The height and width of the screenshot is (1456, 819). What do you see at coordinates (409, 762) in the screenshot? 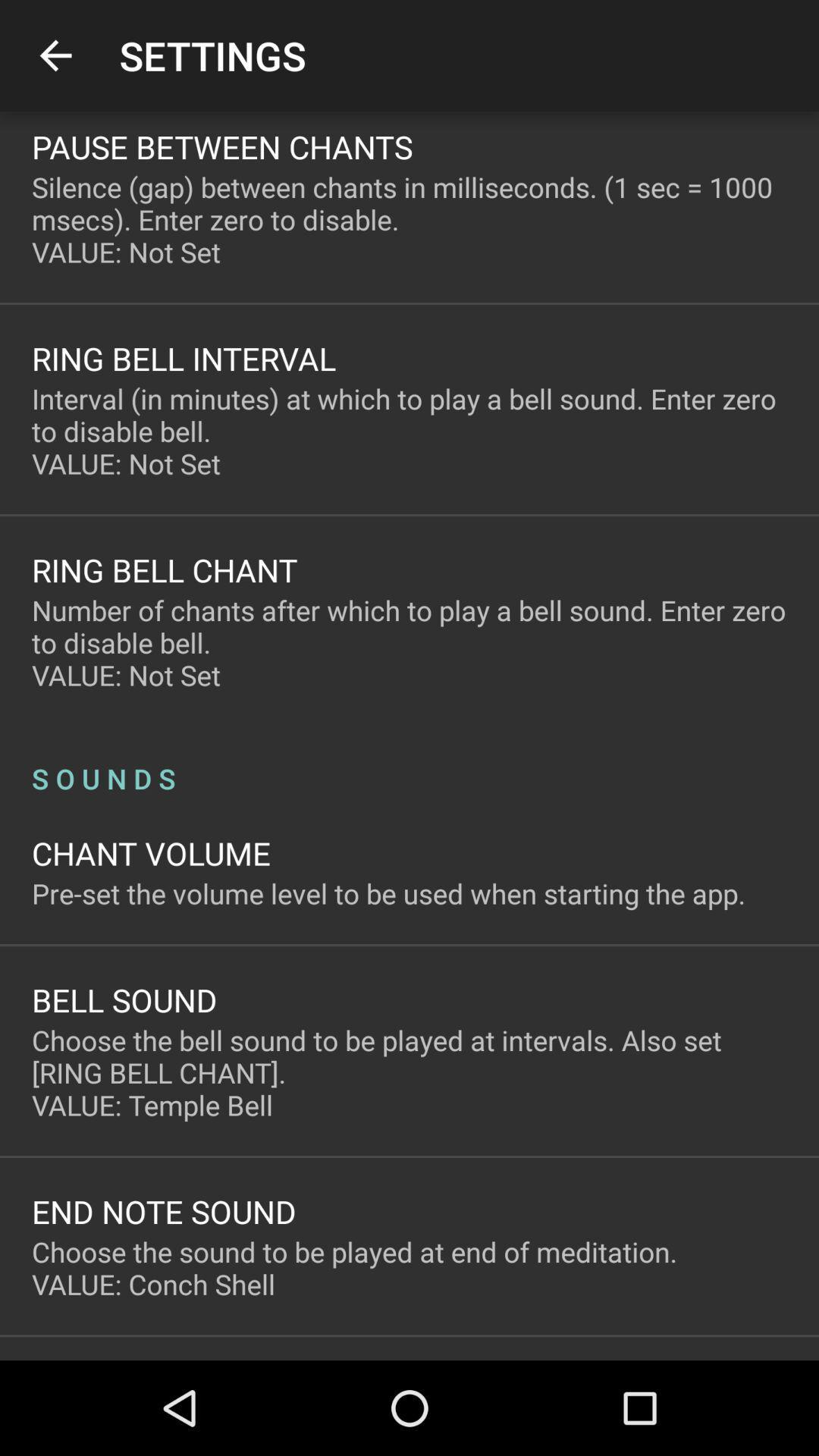
I see `icon above the chant volume item` at bounding box center [409, 762].